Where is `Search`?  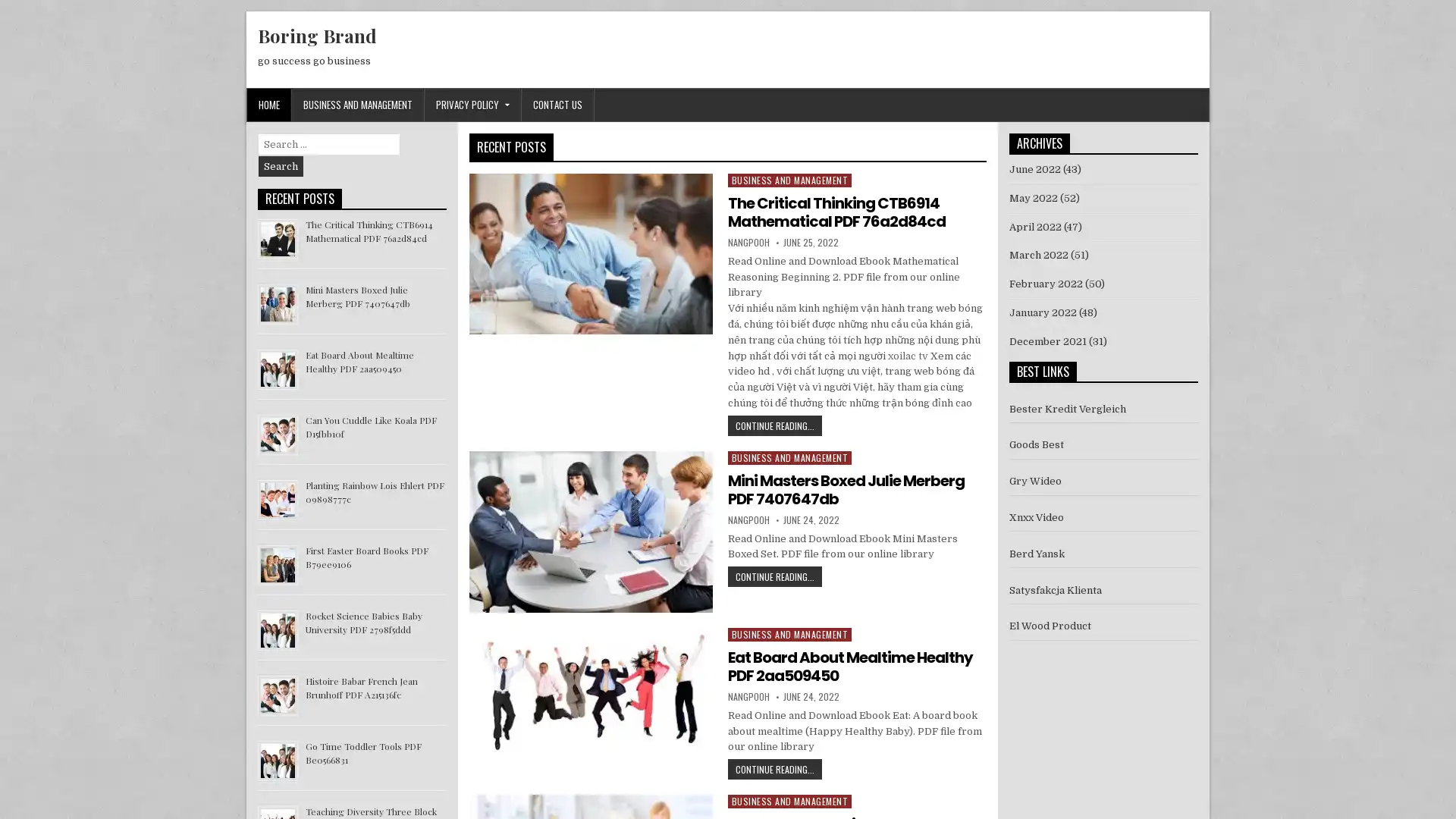 Search is located at coordinates (281, 166).